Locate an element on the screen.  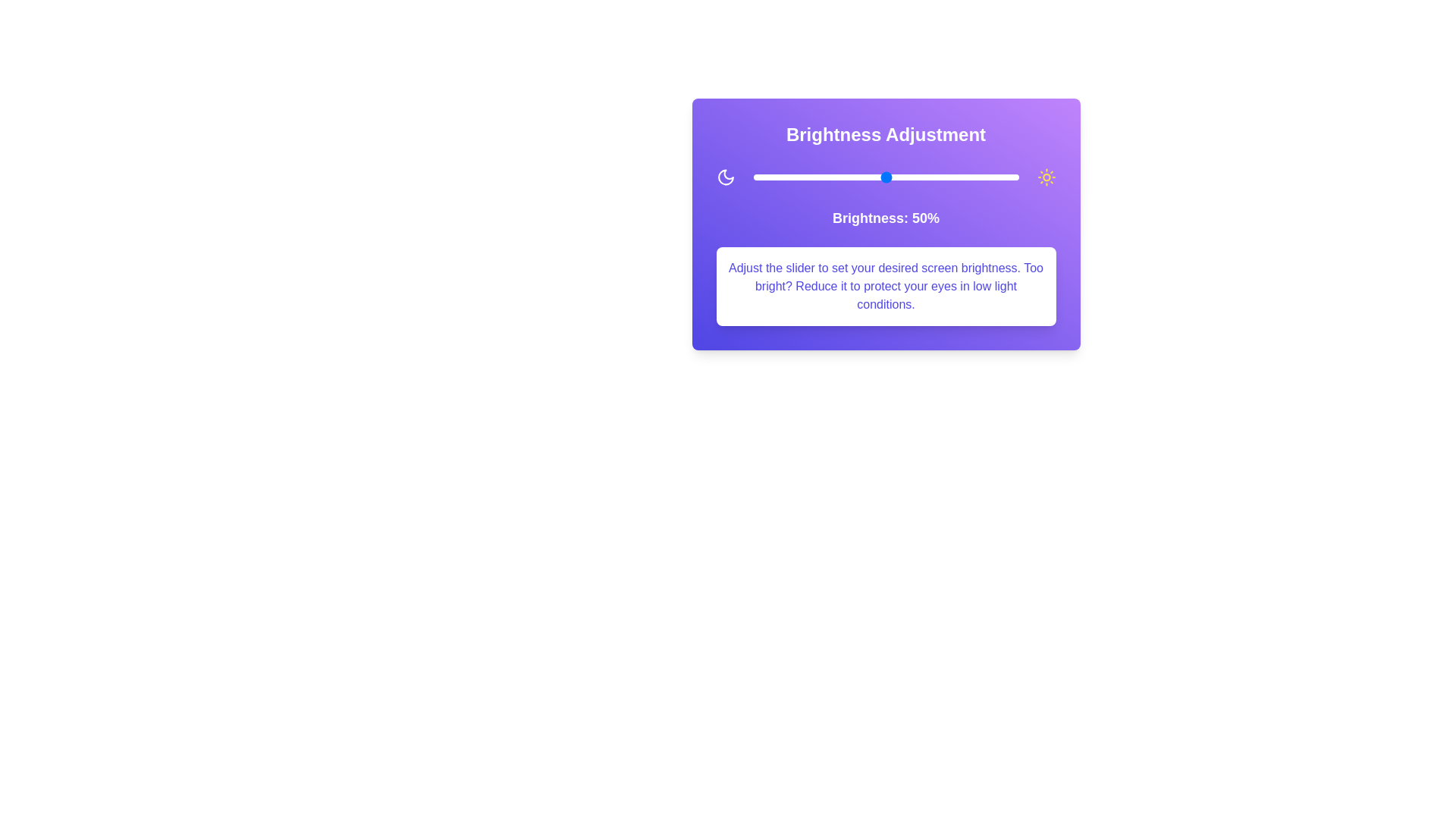
the brightness slider to set it to 54% is located at coordinates (896, 177).